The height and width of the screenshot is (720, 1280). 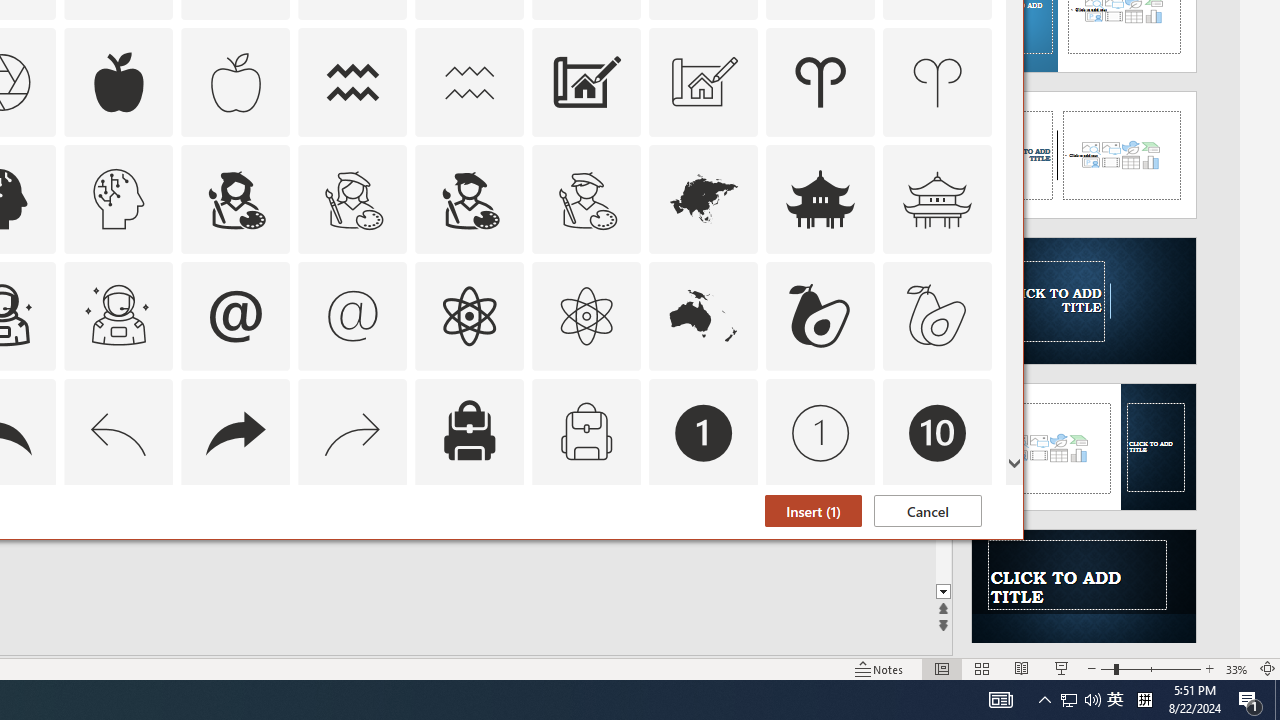 I want to click on 'AutomationID: Icons_AsianTemple_M', so click(x=937, y=198).